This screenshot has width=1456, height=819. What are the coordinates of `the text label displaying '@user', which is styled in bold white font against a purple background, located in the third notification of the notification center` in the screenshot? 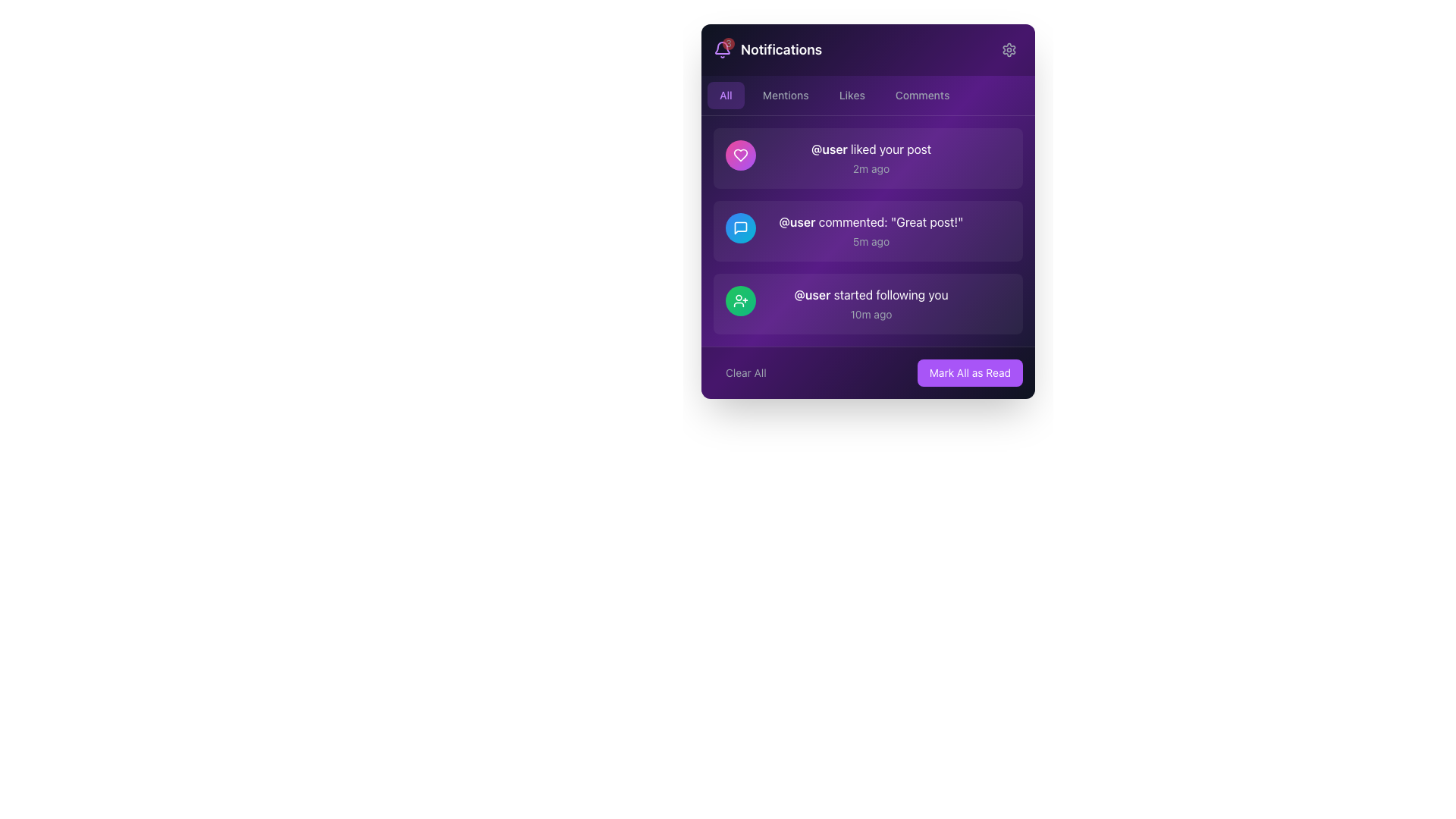 It's located at (811, 295).